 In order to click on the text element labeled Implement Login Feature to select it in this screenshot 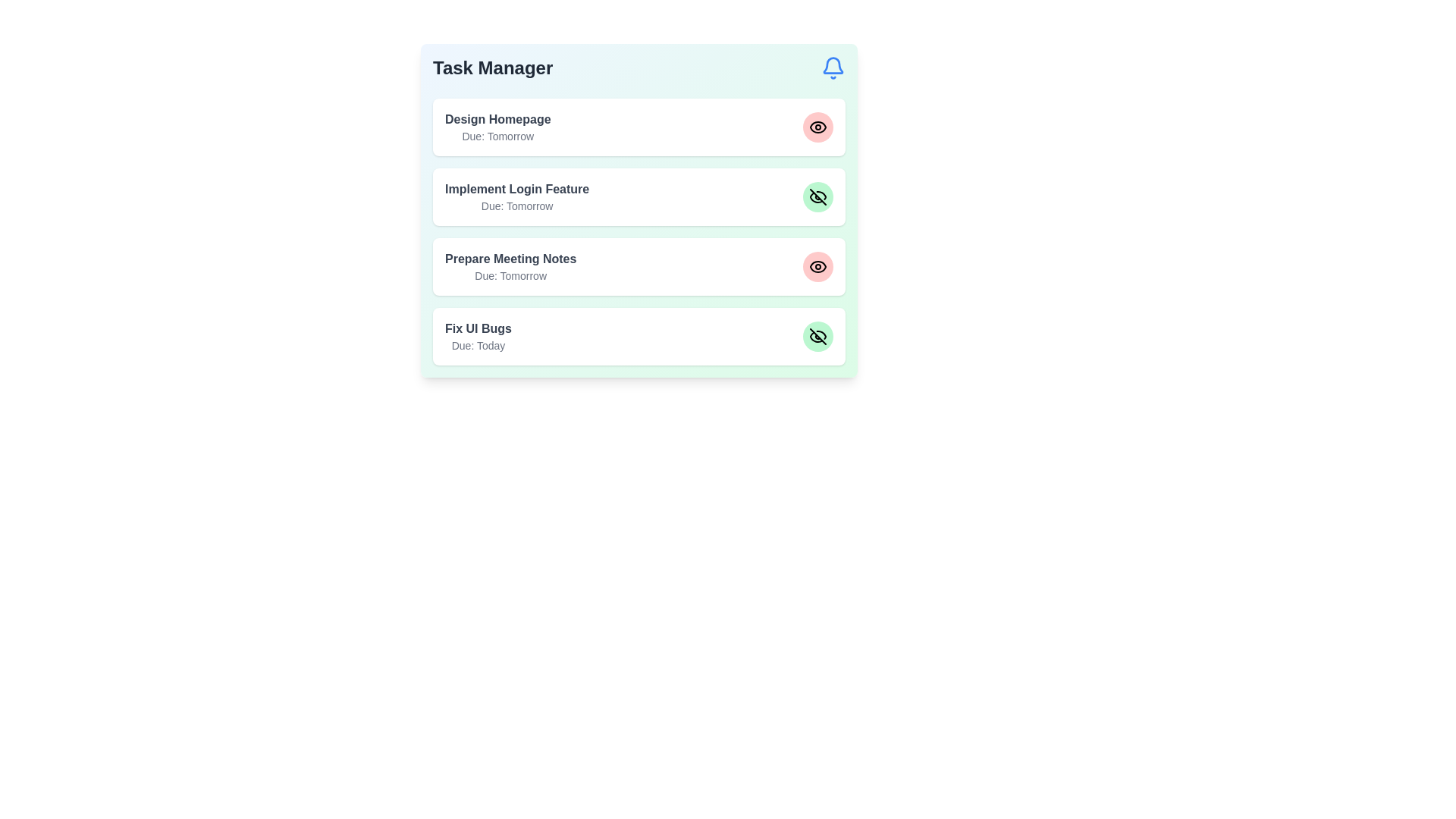, I will do `click(517, 189)`.